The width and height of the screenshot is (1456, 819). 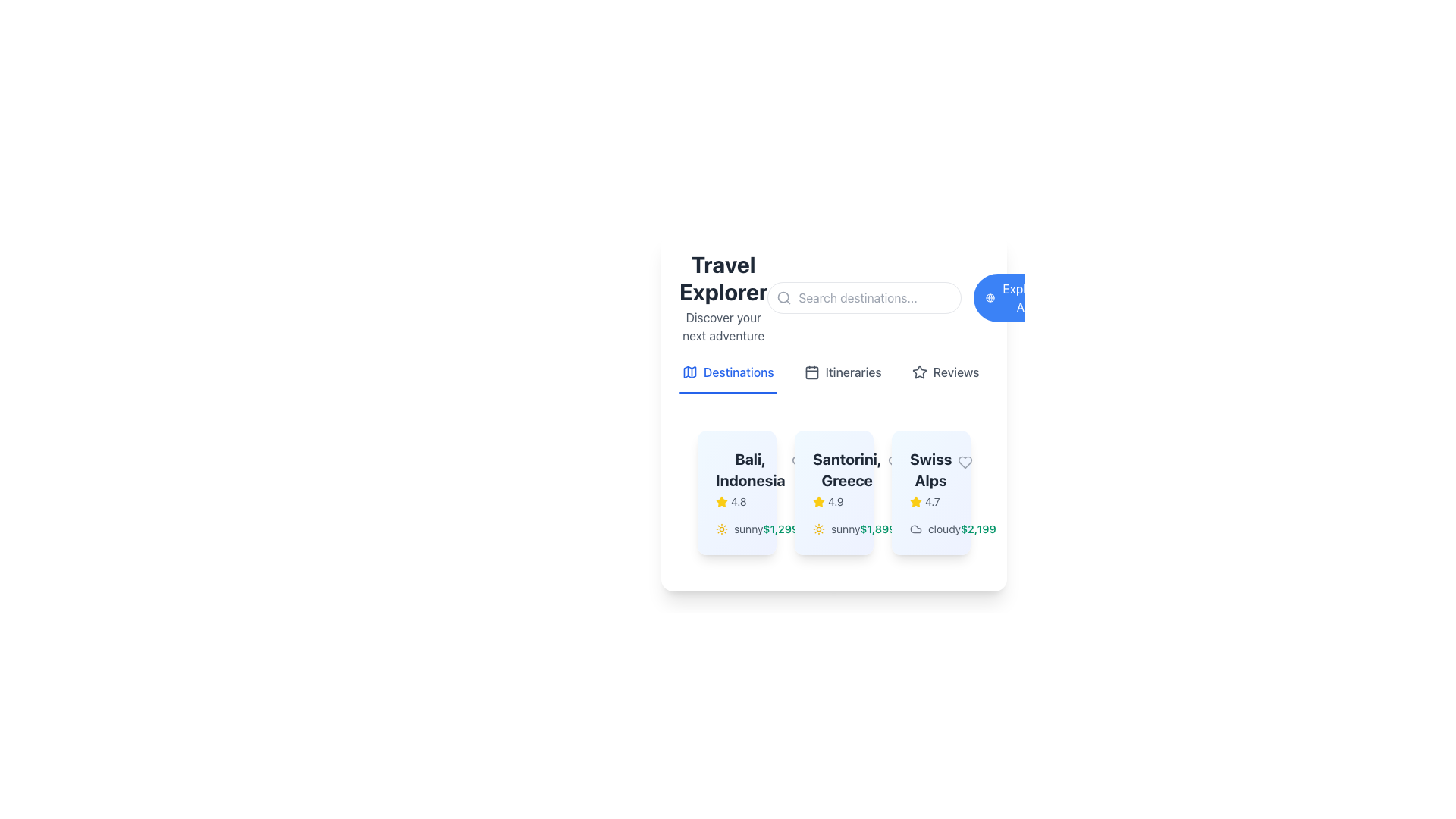 What do you see at coordinates (965, 461) in the screenshot?
I see `the 'like' icon located in the top-right corner of the 'Swiss Alps' card` at bounding box center [965, 461].